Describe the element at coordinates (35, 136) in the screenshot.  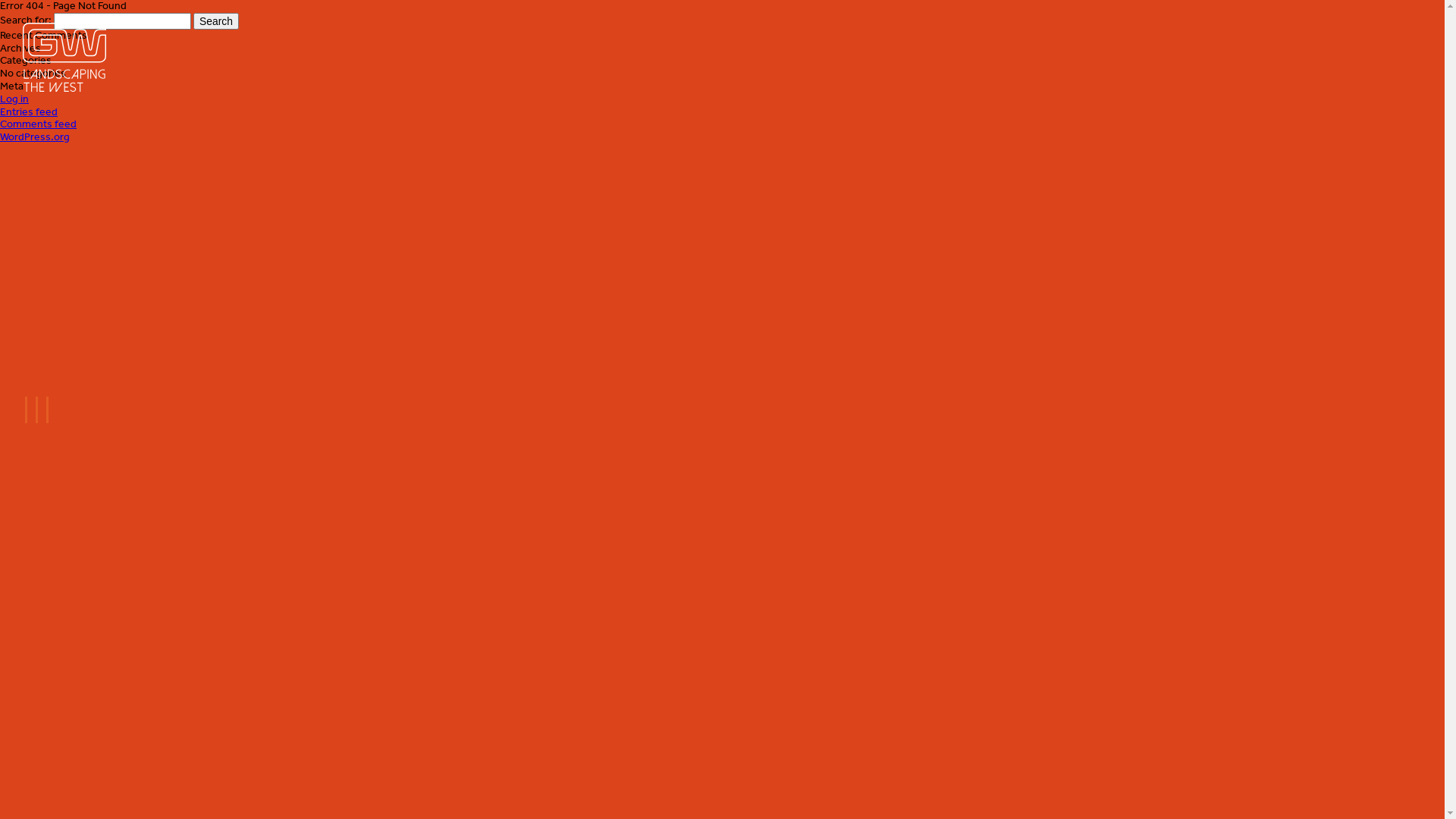
I see `'WordPress.org'` at that location.